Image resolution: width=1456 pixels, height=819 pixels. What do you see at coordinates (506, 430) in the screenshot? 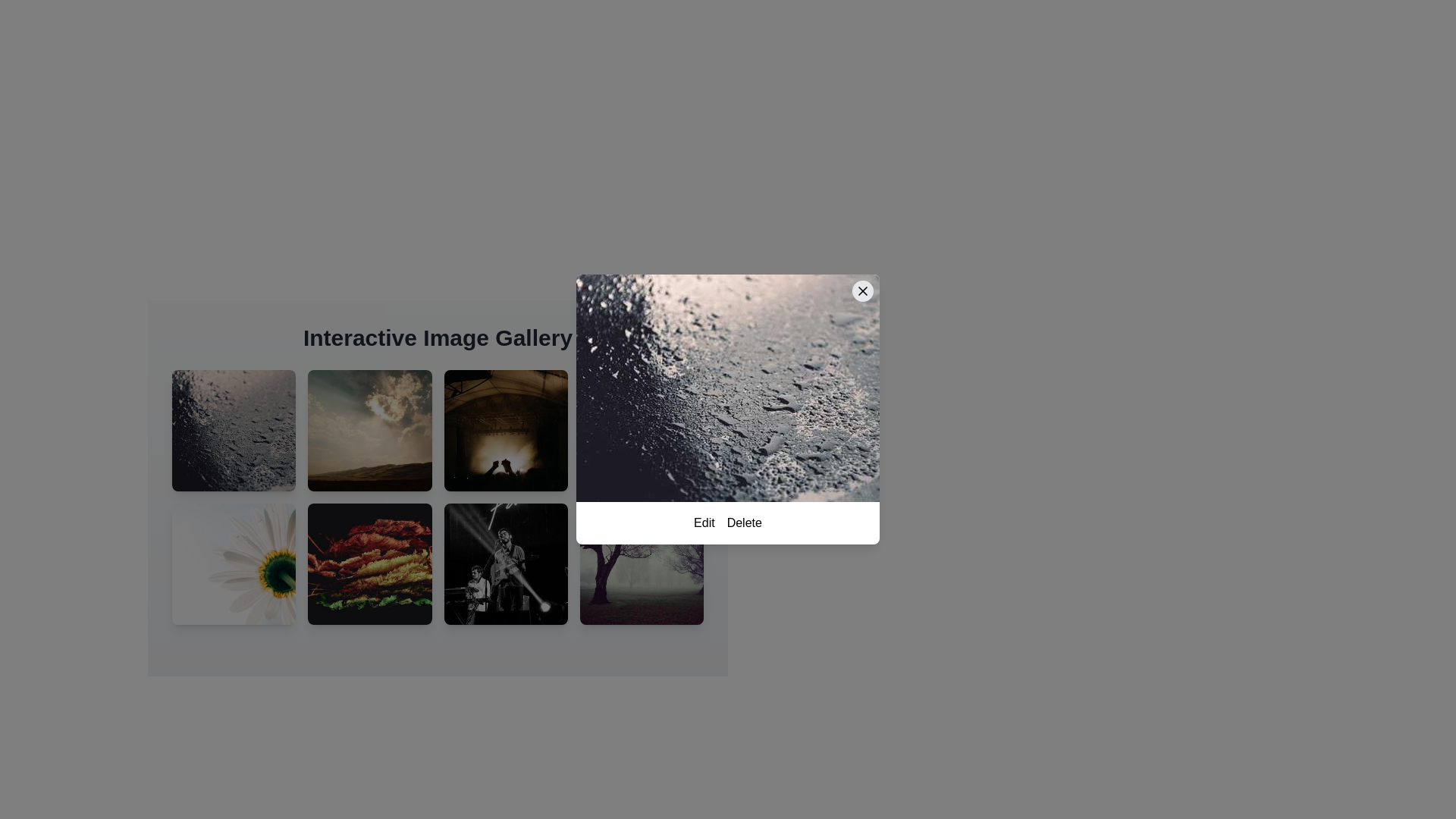
I see `the image card, which features a dark concert environment and is the third card in the first row of a grid layout` at bounding box center [506, 430].